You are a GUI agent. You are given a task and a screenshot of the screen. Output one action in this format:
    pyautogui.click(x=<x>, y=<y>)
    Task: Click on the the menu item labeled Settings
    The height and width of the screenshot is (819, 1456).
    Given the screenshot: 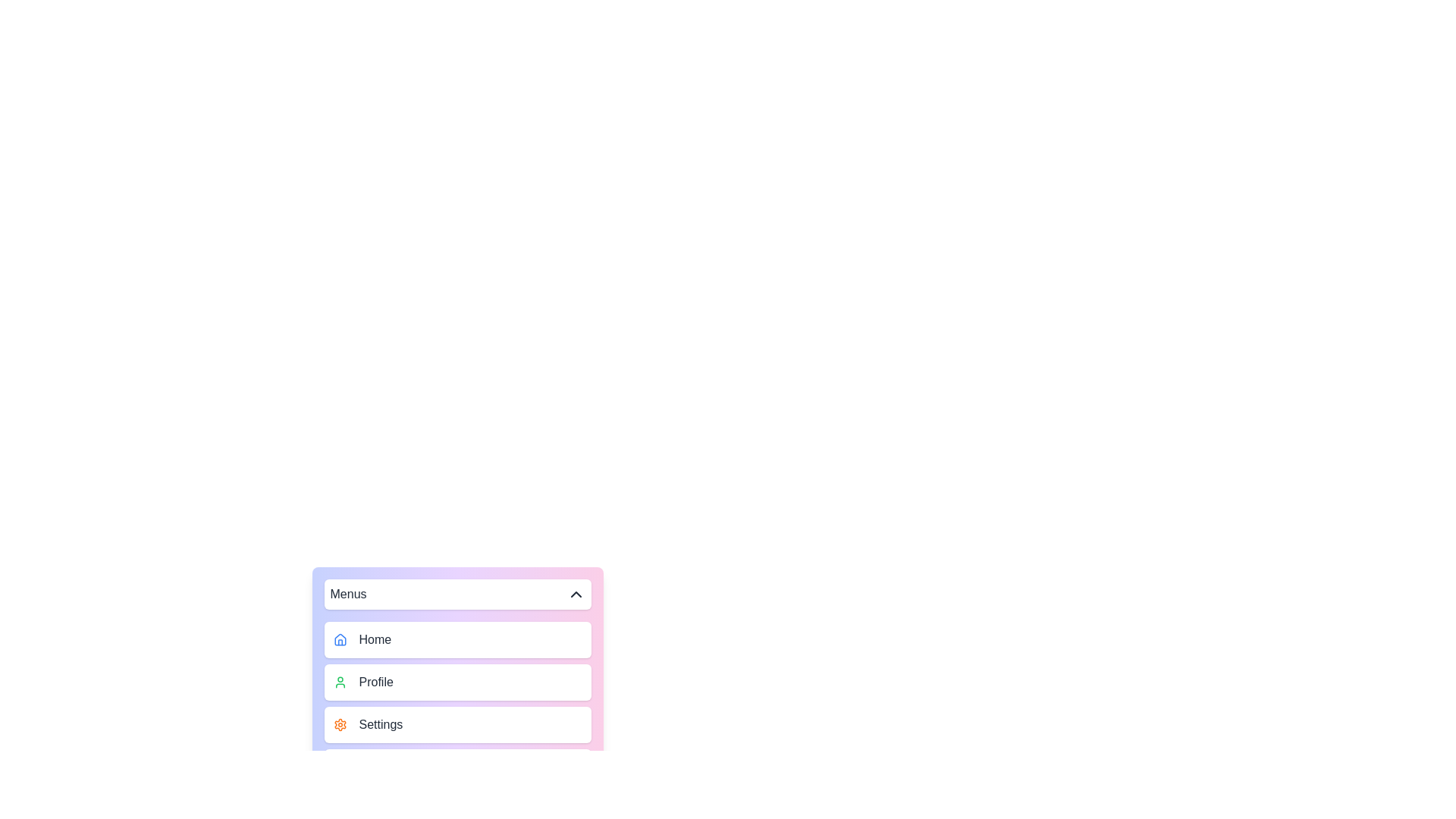 What is the action you would take?
    pyautogui.click(x=457, y=724)
    